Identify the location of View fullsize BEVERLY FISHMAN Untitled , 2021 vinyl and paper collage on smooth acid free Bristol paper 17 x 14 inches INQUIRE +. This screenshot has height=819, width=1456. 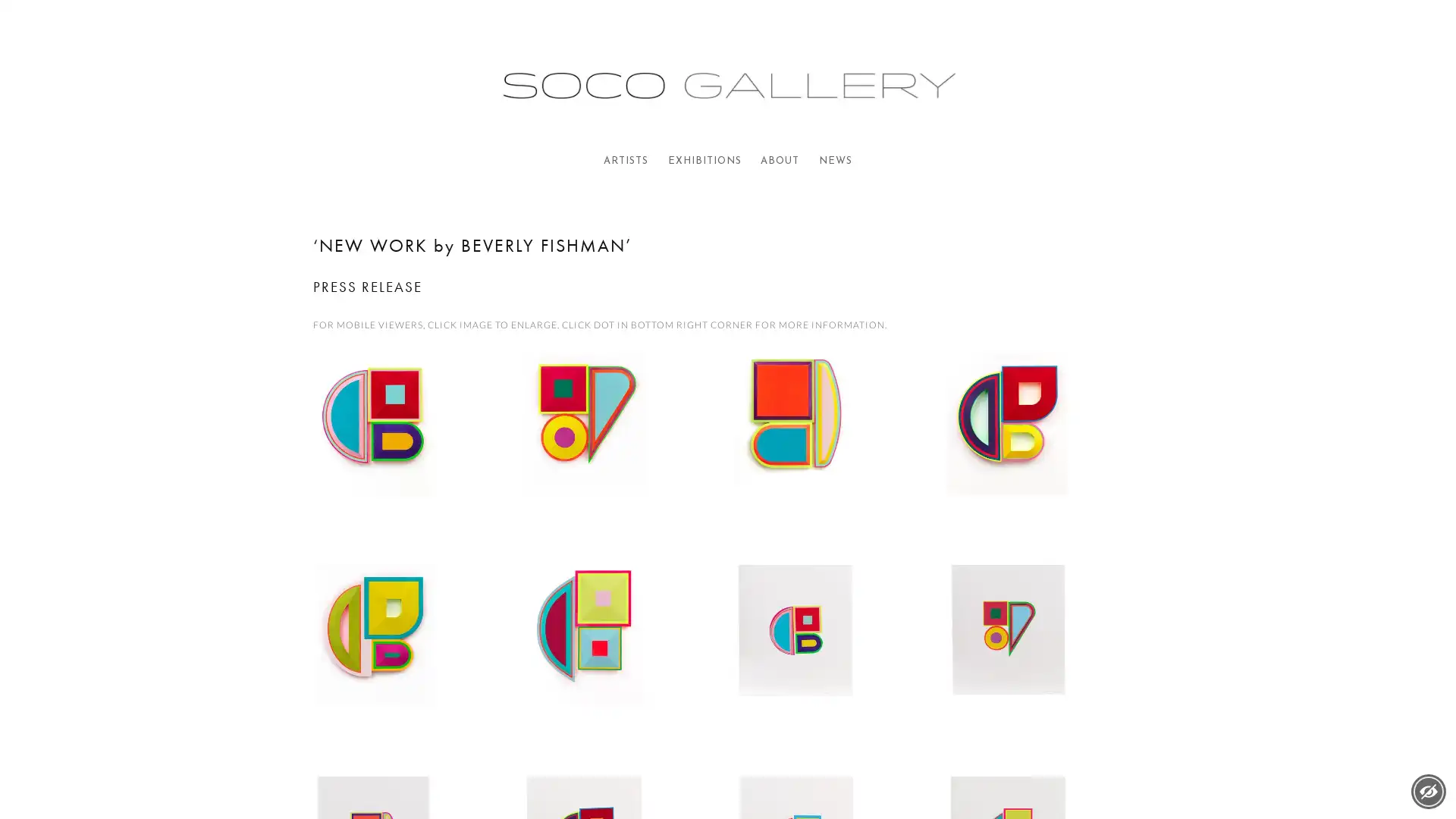
(833, 661).